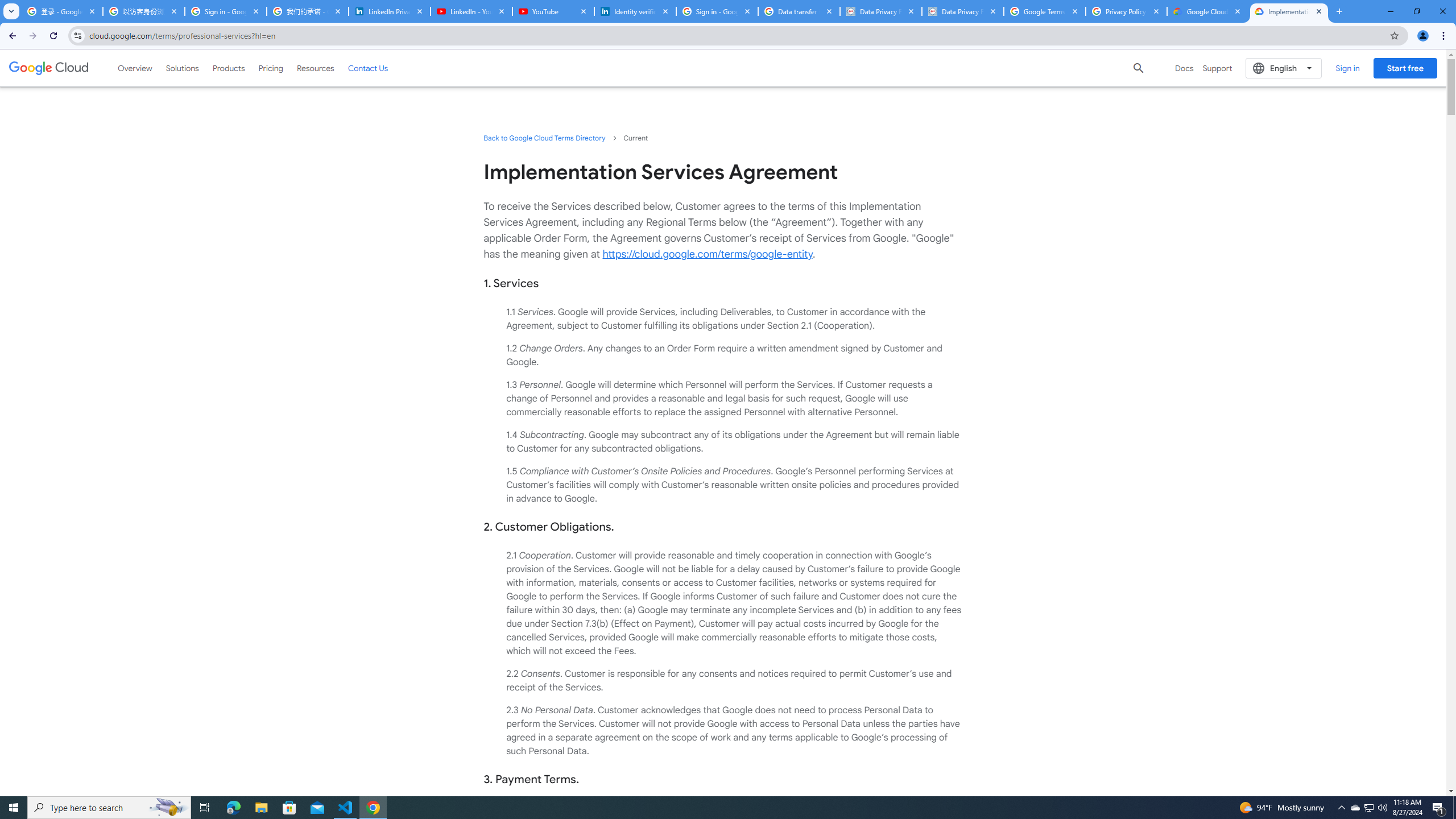 The height and width of the screenshot is (819, 1456). Describe the element at coordinates (1289, 11) in the screenshot. I see `'Implementation Services Agreement | Google Cloud'` at that location.